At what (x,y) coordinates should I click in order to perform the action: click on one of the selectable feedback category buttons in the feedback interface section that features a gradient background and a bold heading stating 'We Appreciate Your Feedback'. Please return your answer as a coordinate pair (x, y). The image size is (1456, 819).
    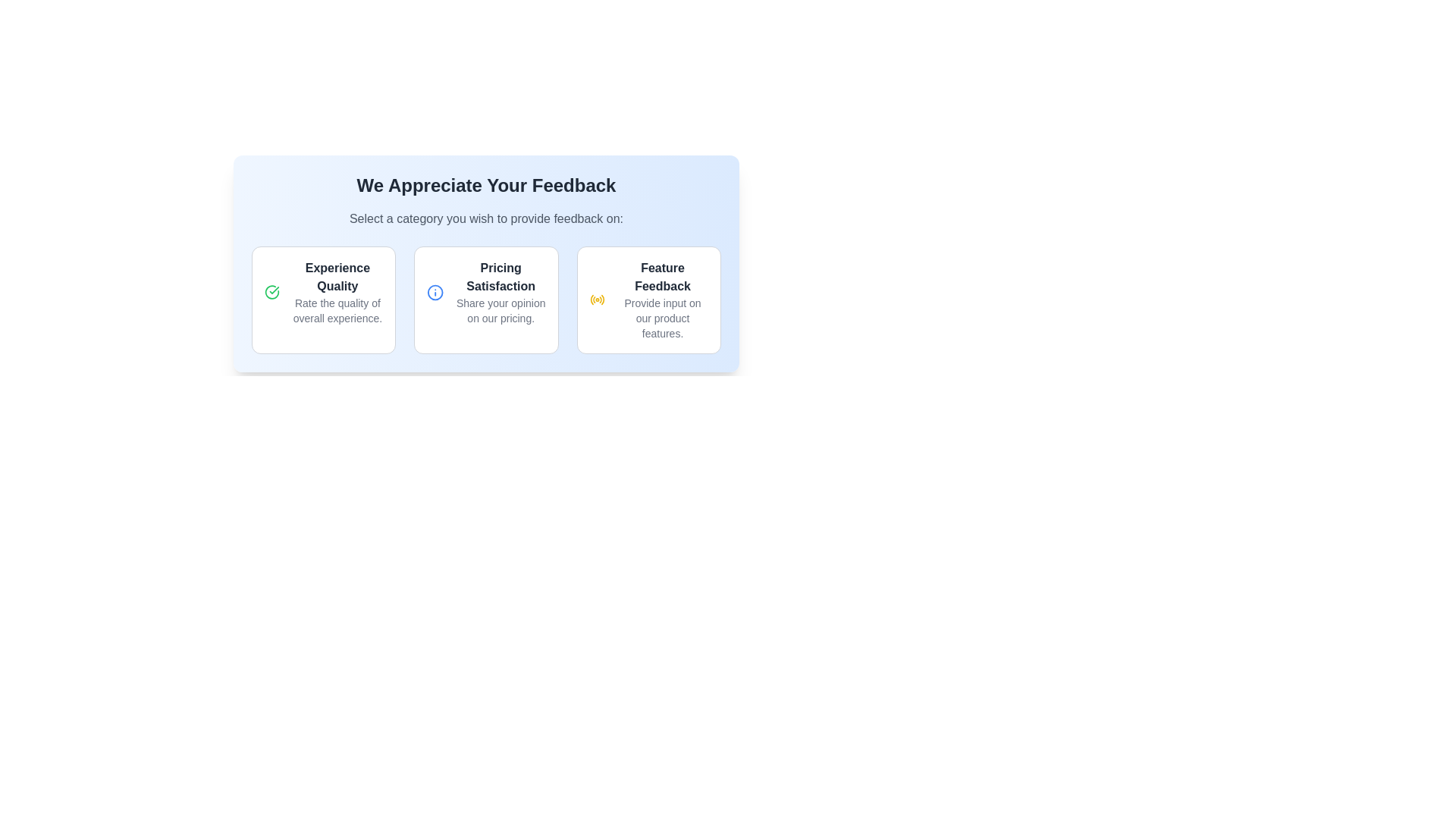
    Looking at the image, I should click on (486, 262).